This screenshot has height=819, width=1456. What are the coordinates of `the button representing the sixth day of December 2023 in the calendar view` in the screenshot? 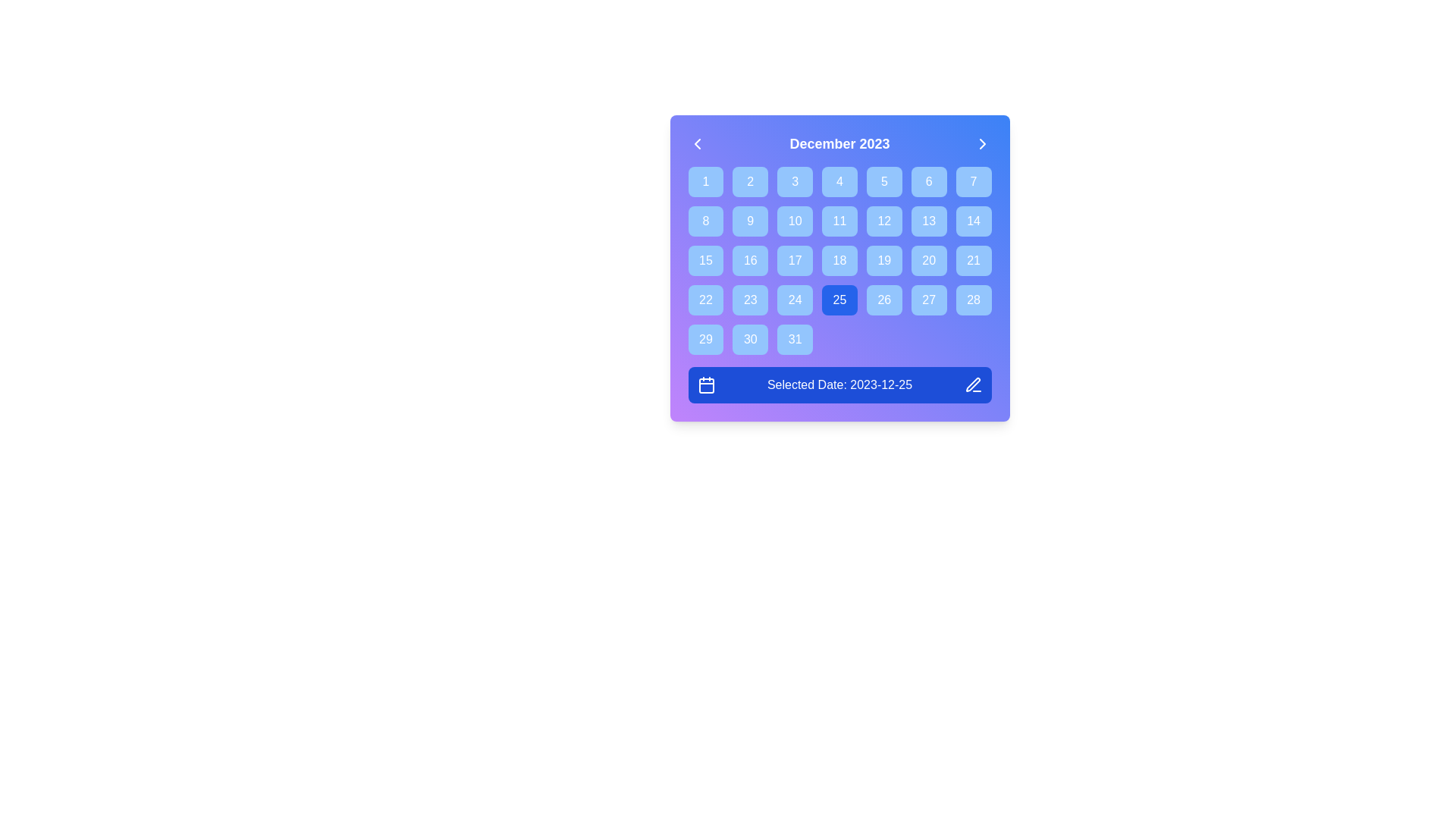 It's located at (928, 180).